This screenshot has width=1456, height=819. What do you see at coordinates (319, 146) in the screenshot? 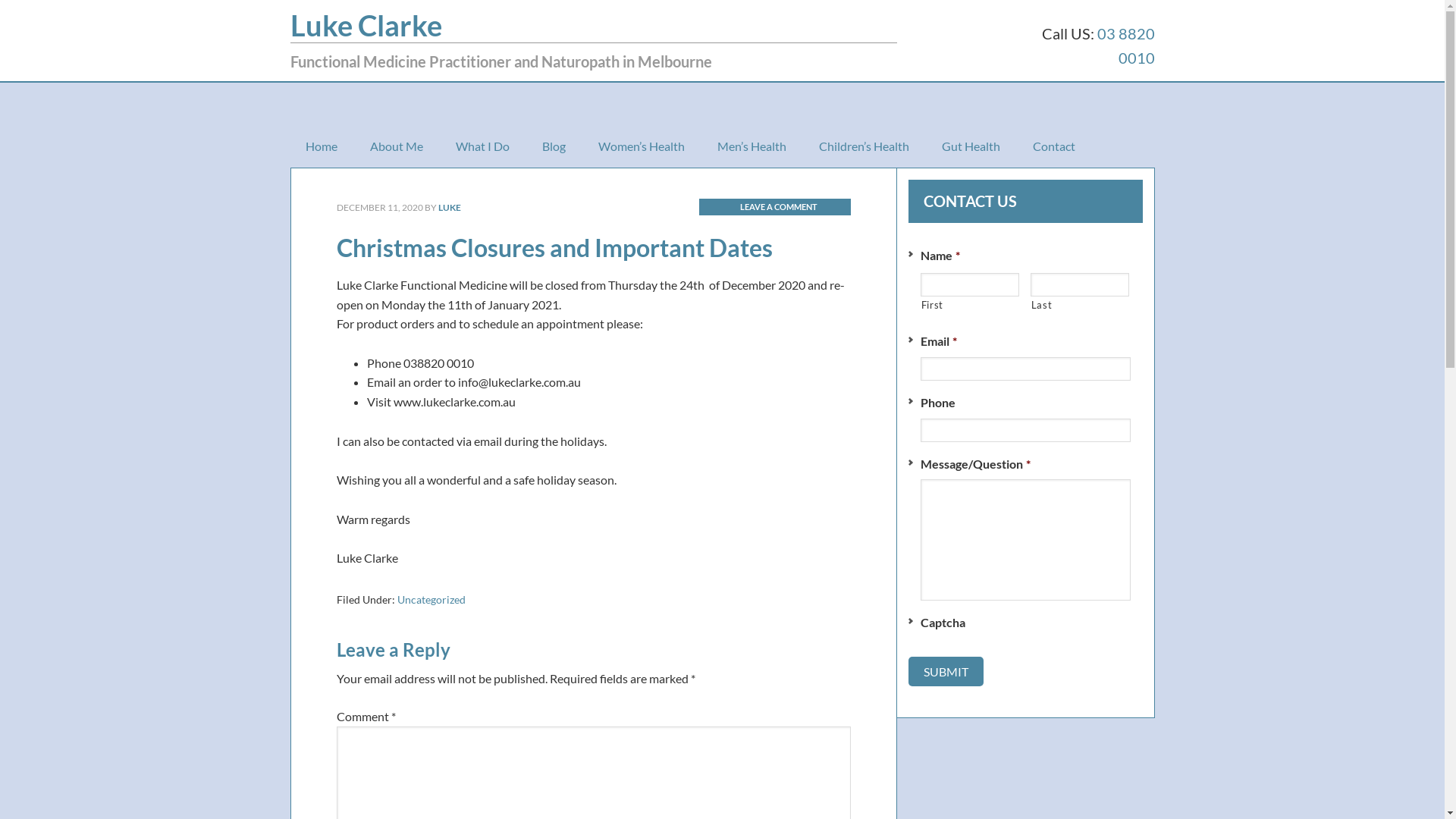
I see `'Home'` at bounding box center [319, 146].